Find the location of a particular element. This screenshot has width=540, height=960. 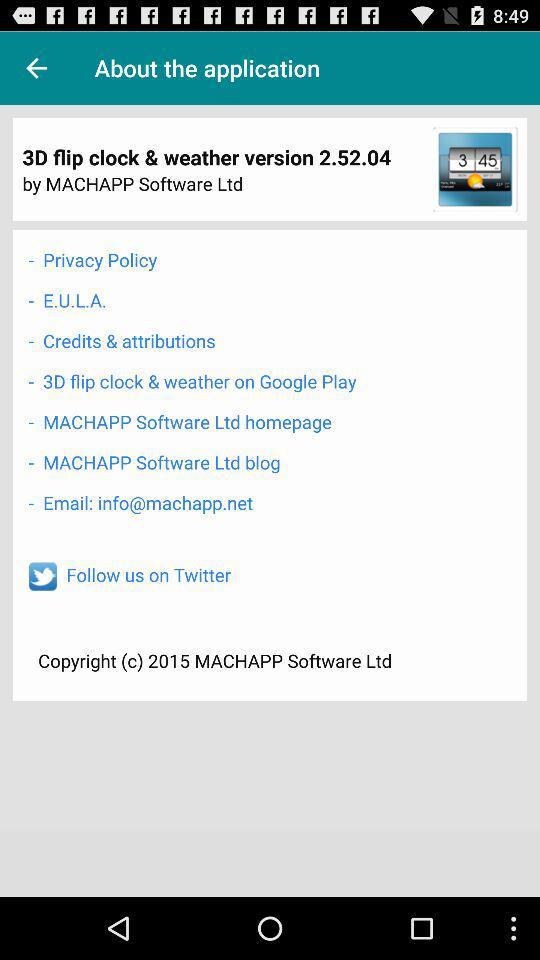

the item below by machapp software is located at coordinates (91, 258).